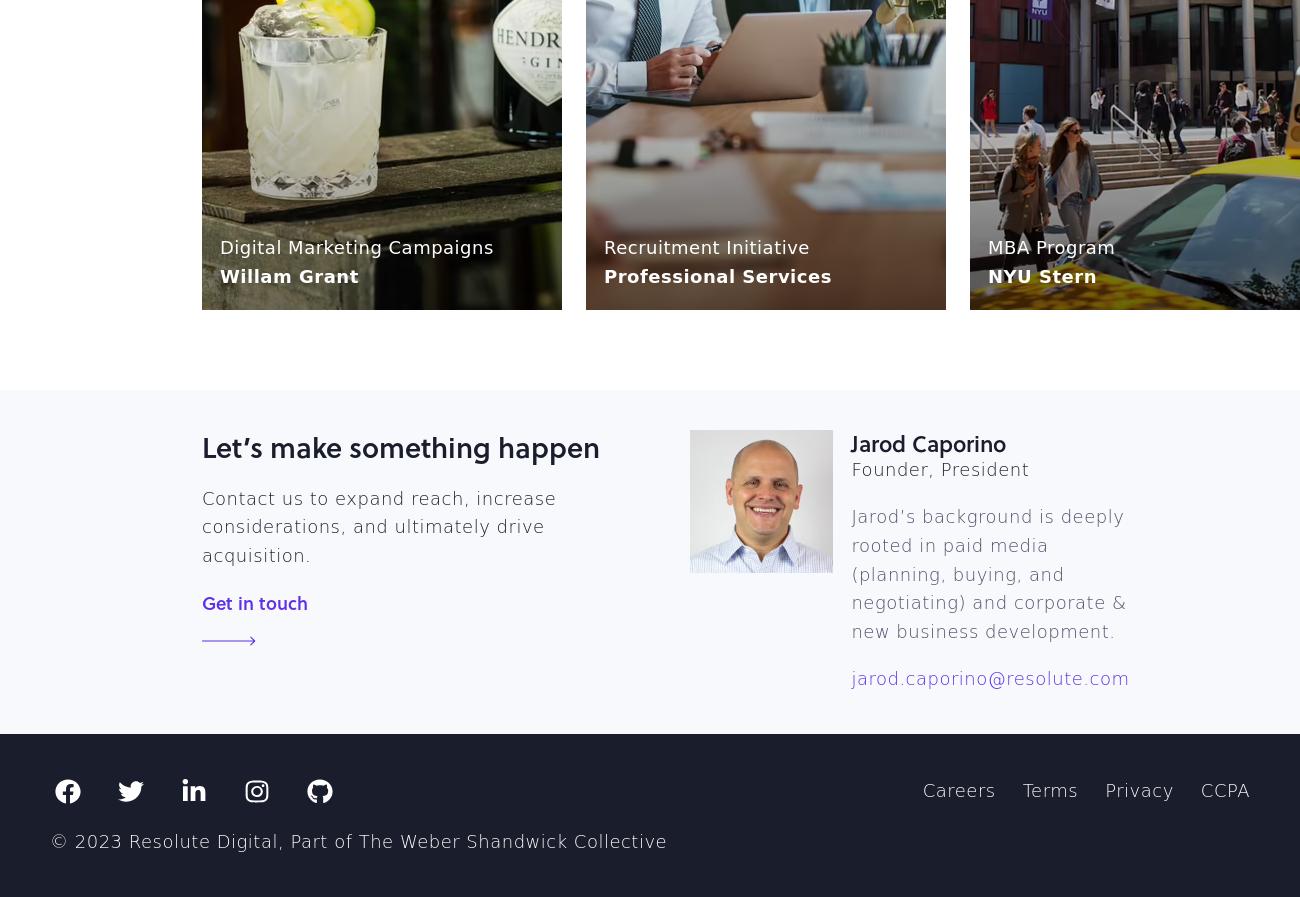 This screenshot has height=897, width=1300. I want to click on 'jarod.caporino@resolute.com', so click(850, 678).